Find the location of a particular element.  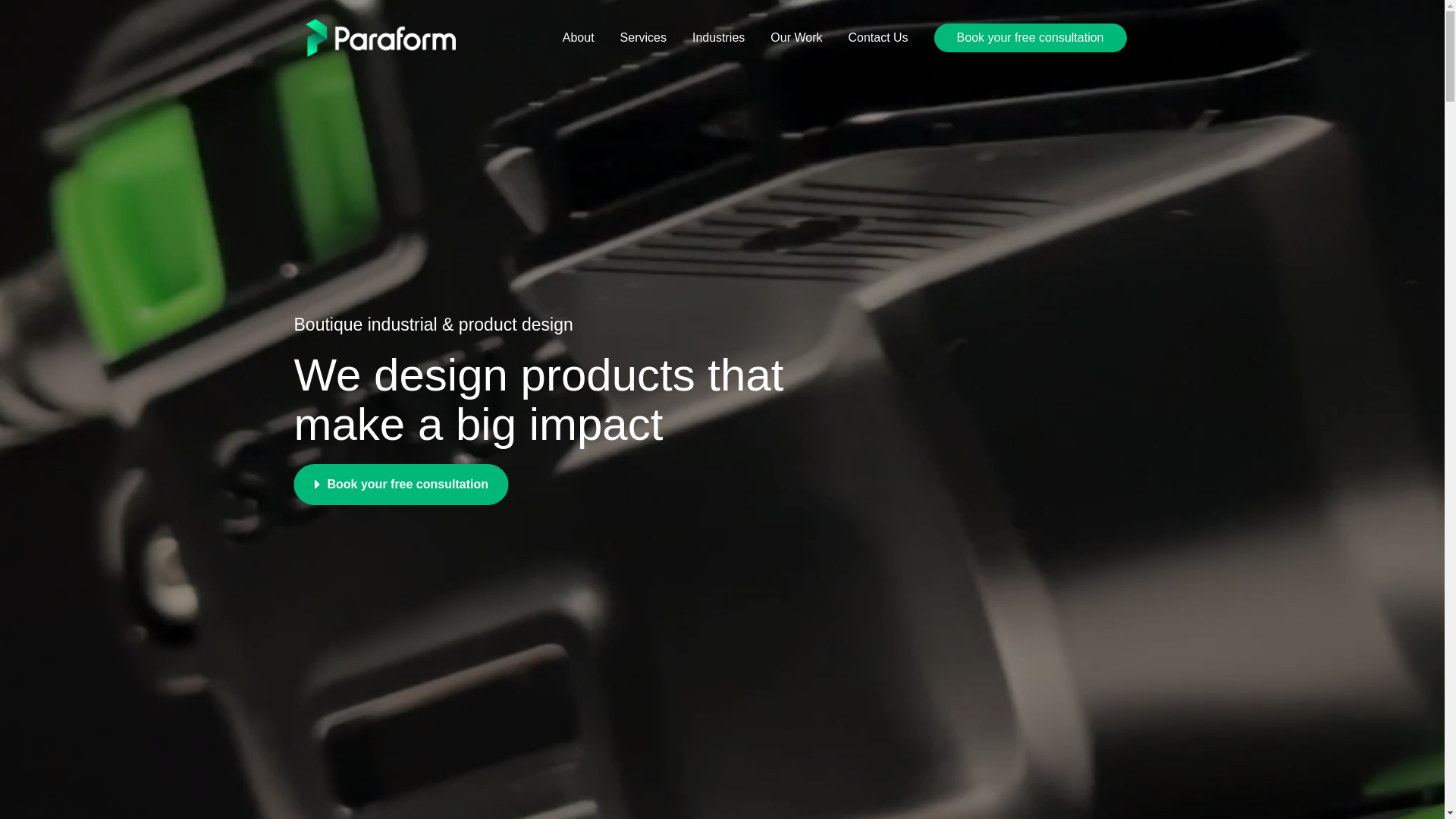

'Contact Us' is located at coordinates (877, 37).